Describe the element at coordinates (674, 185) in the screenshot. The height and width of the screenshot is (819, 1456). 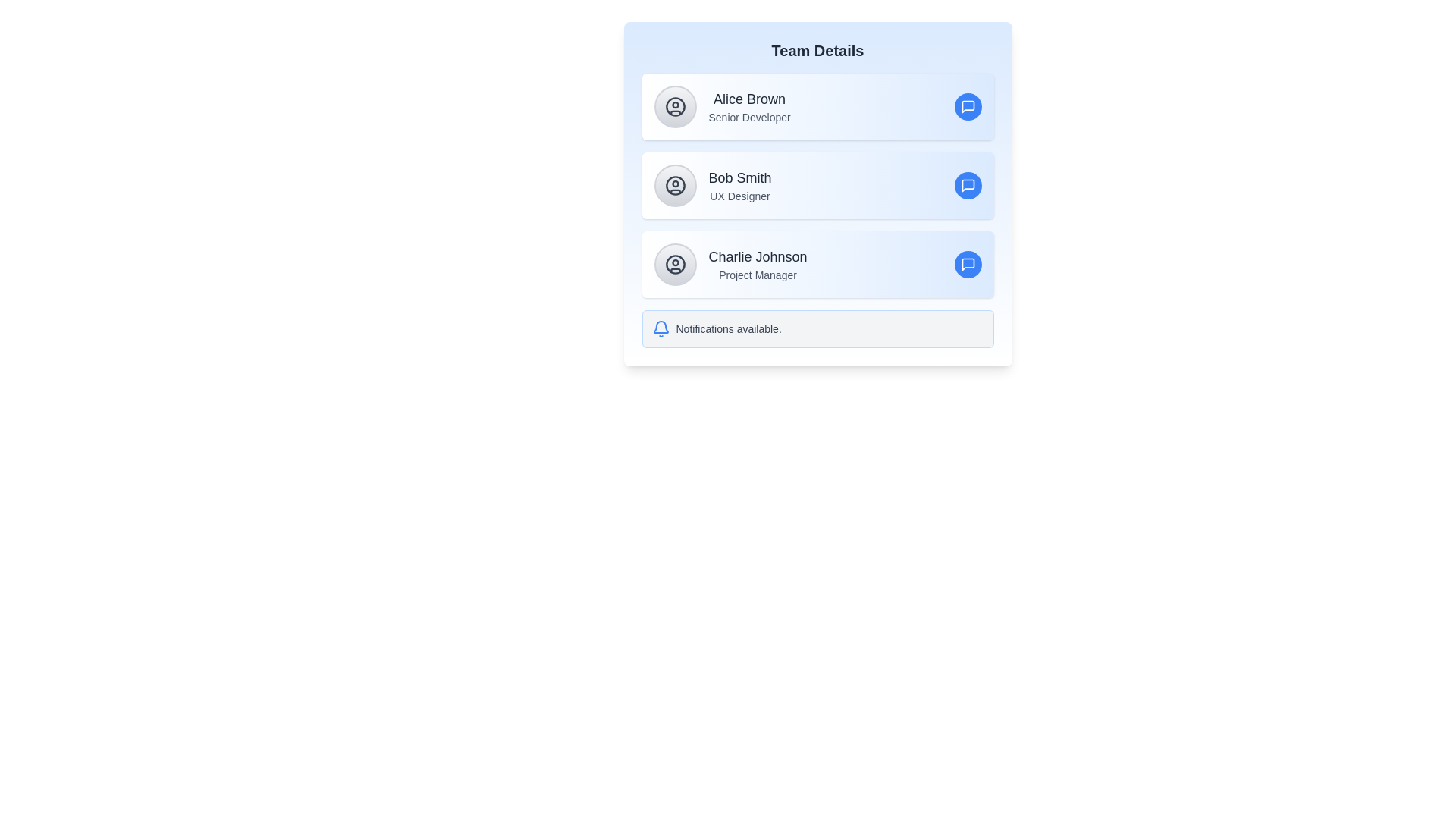
I see `the user profile icon for 'Bob Smith'` at that location.